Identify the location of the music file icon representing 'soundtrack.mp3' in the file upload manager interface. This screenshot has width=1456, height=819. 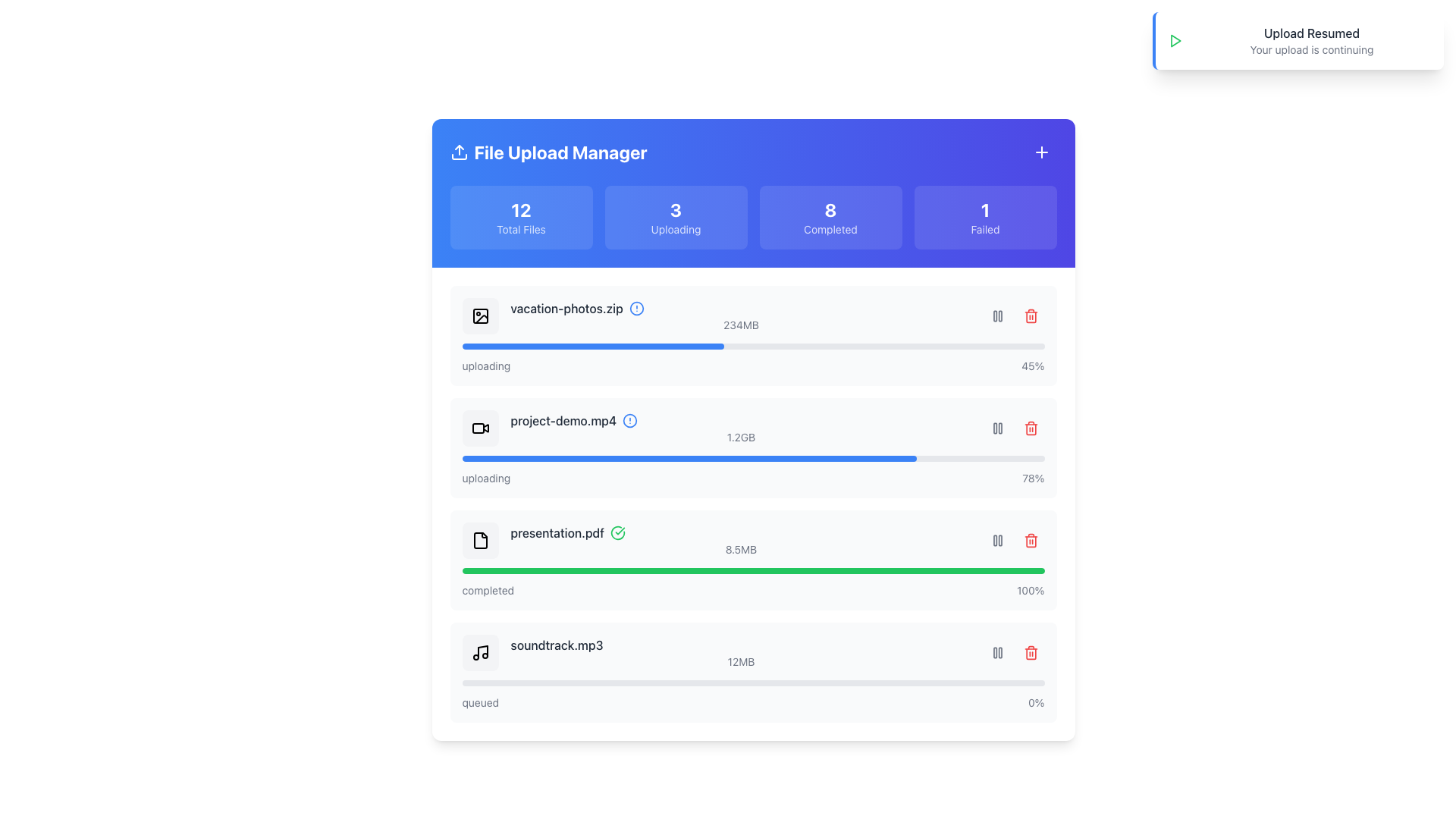
(479, 651).